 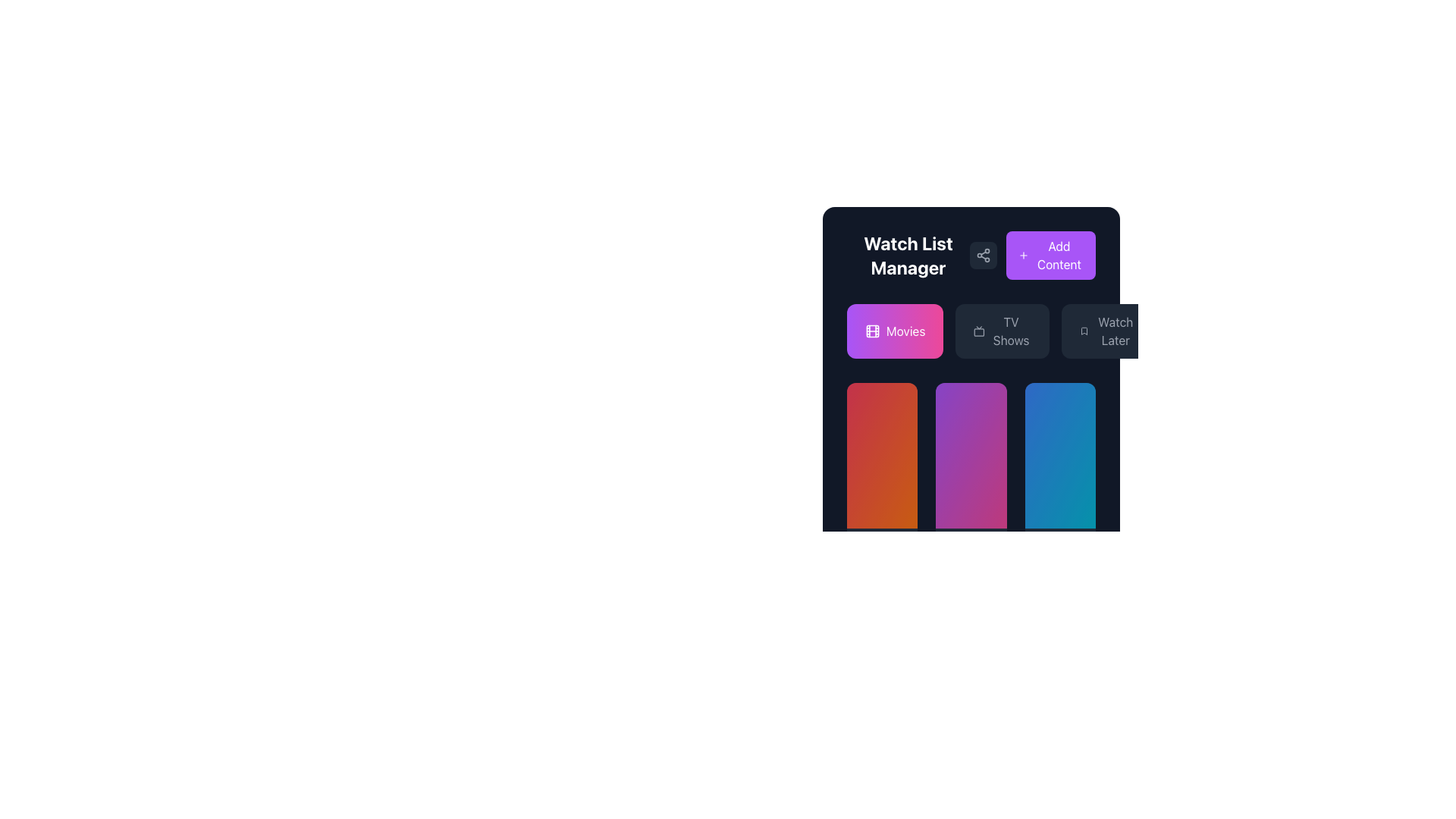 What do you see at coordinates (873, 330) in the screenshot?
I see `the film roll icon located to the left of the 'Movies' text within the top-left button of the interface` at bounding box center [873, 330].